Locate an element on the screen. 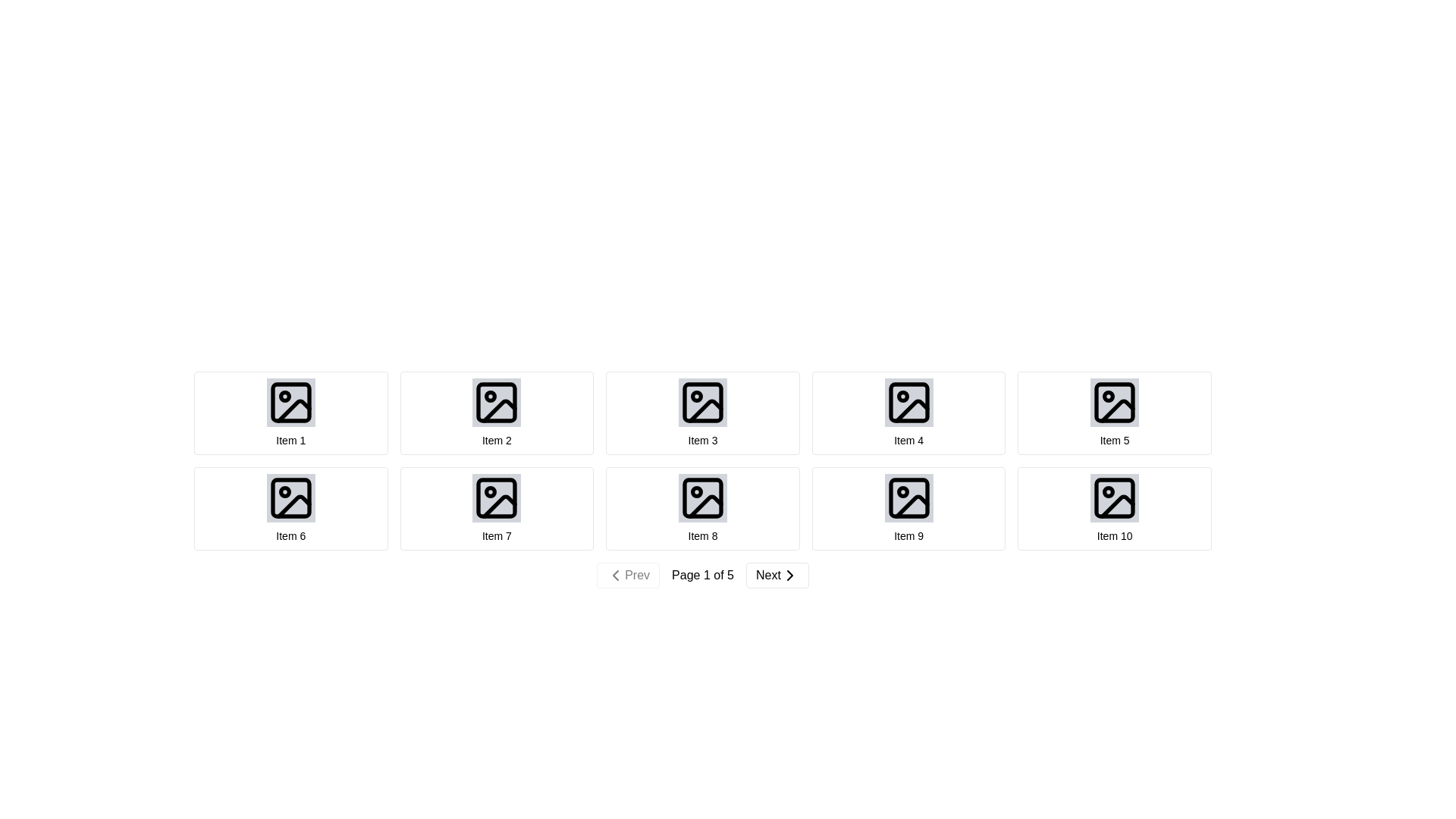 This screenshot has width=1456, height=819. the decorative graphic circle that is part of the first item in a grid layout of image-style icons, positioned near the center of the frame, slightly upward and to the left is located at coordinates (284, 396).